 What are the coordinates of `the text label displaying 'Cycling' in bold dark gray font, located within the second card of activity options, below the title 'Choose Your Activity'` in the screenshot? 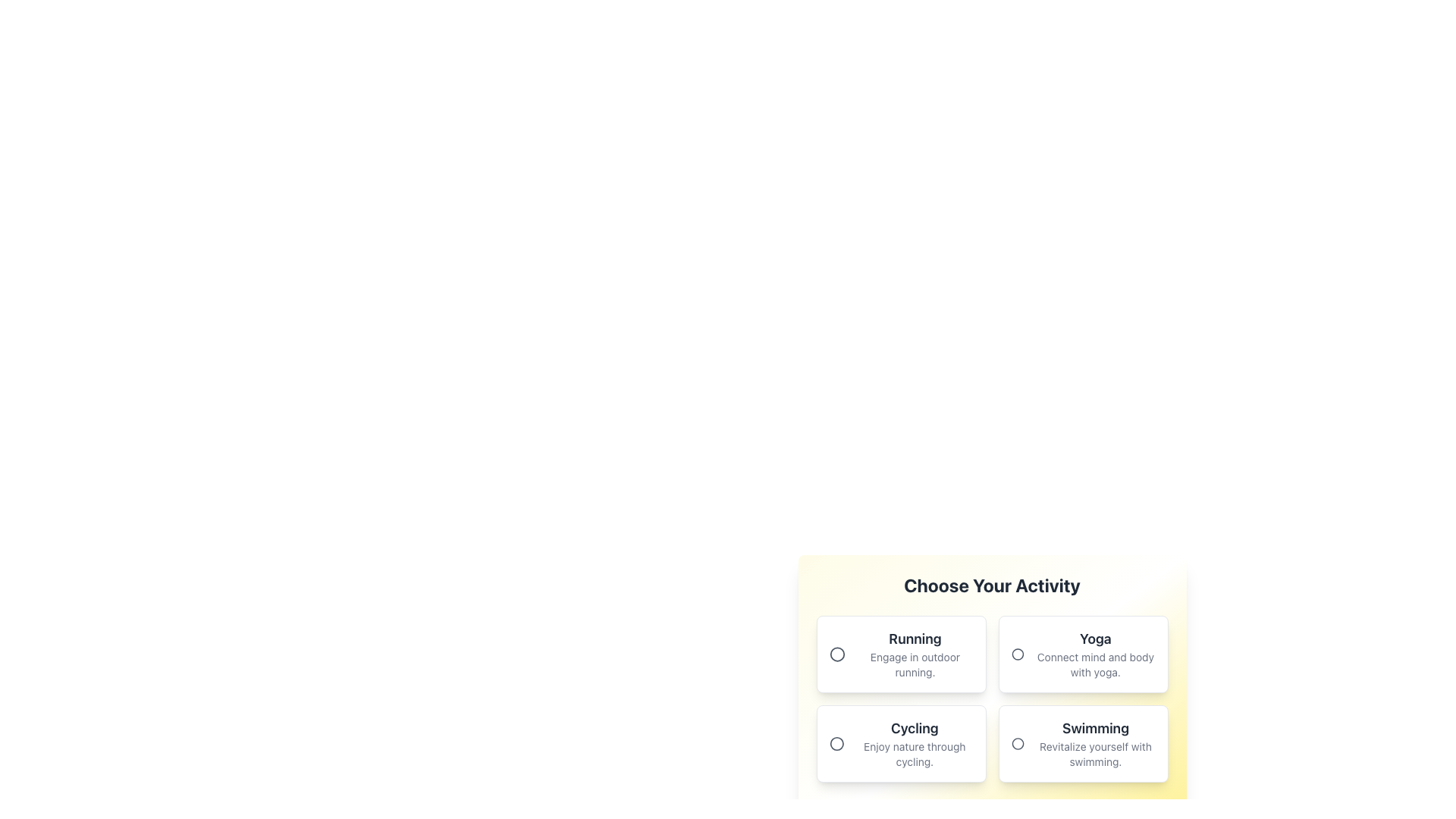 It's located at (914, 727).